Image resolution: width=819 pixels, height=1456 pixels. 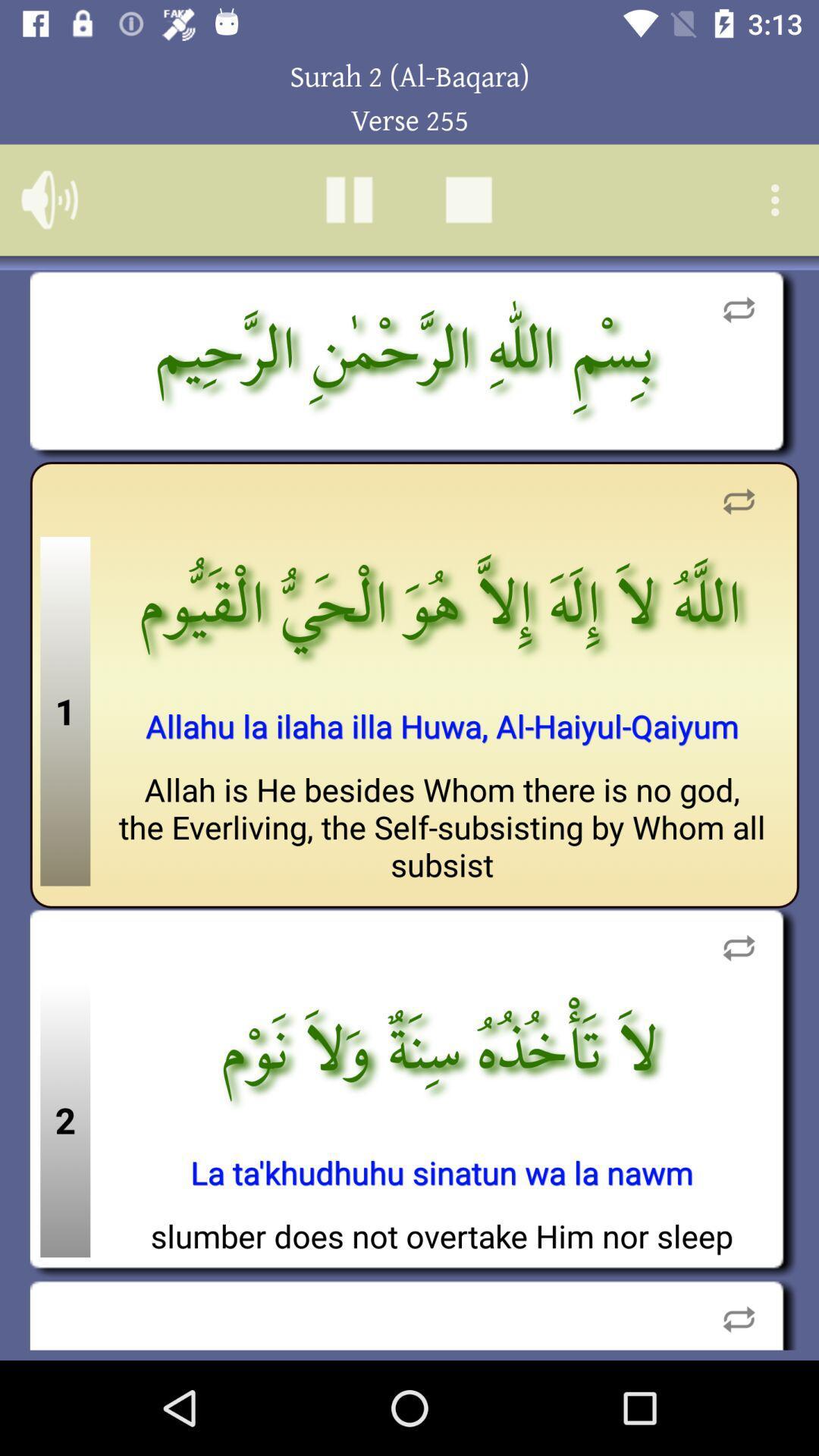 I want to click on replay button, so click(x=738, y=501).